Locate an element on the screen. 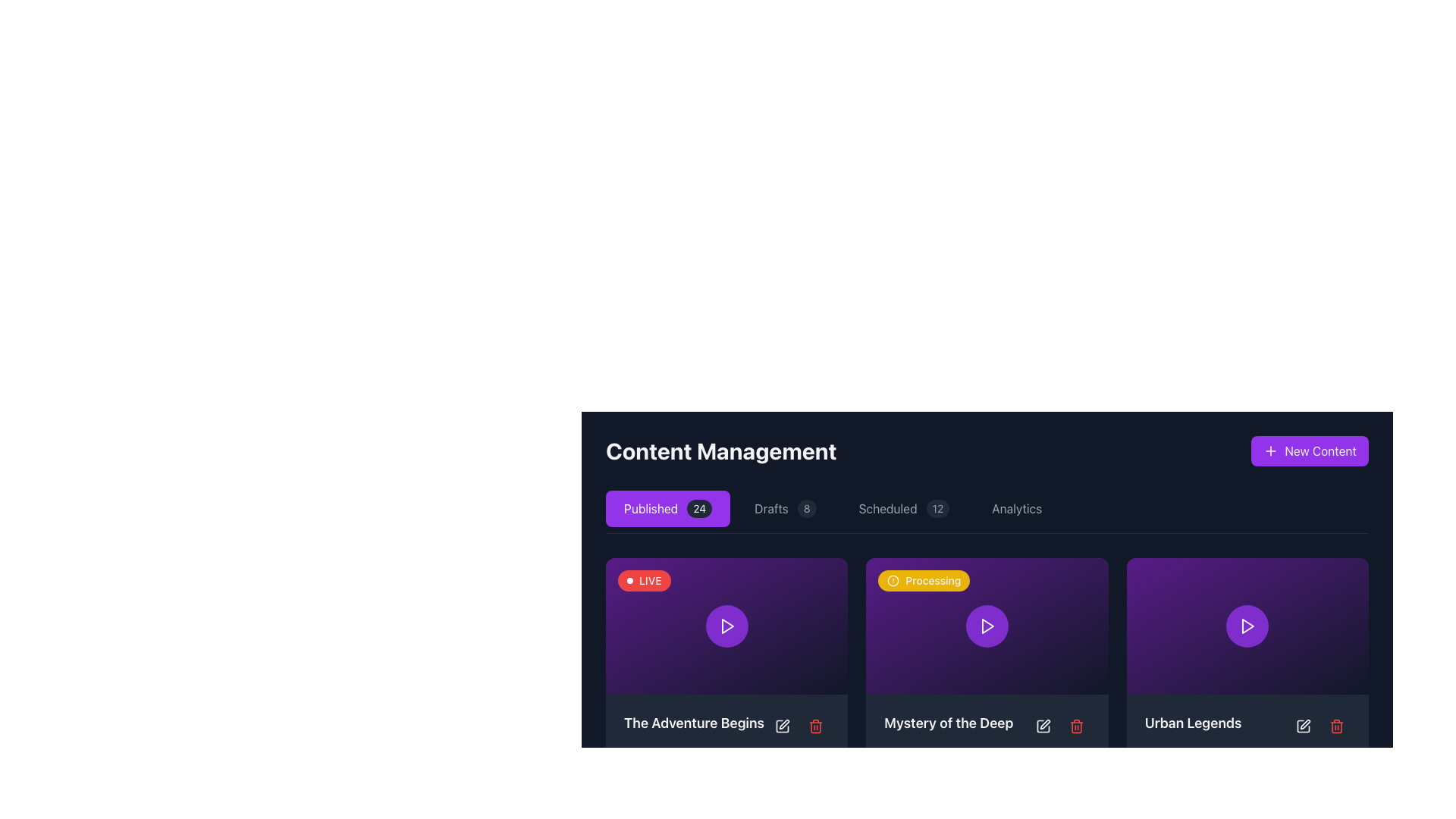 This screenshot has height=819, width=1456. the 'New Content' text label within the button located in the top-right corner of the interface is located at coordinates (1319, 450).